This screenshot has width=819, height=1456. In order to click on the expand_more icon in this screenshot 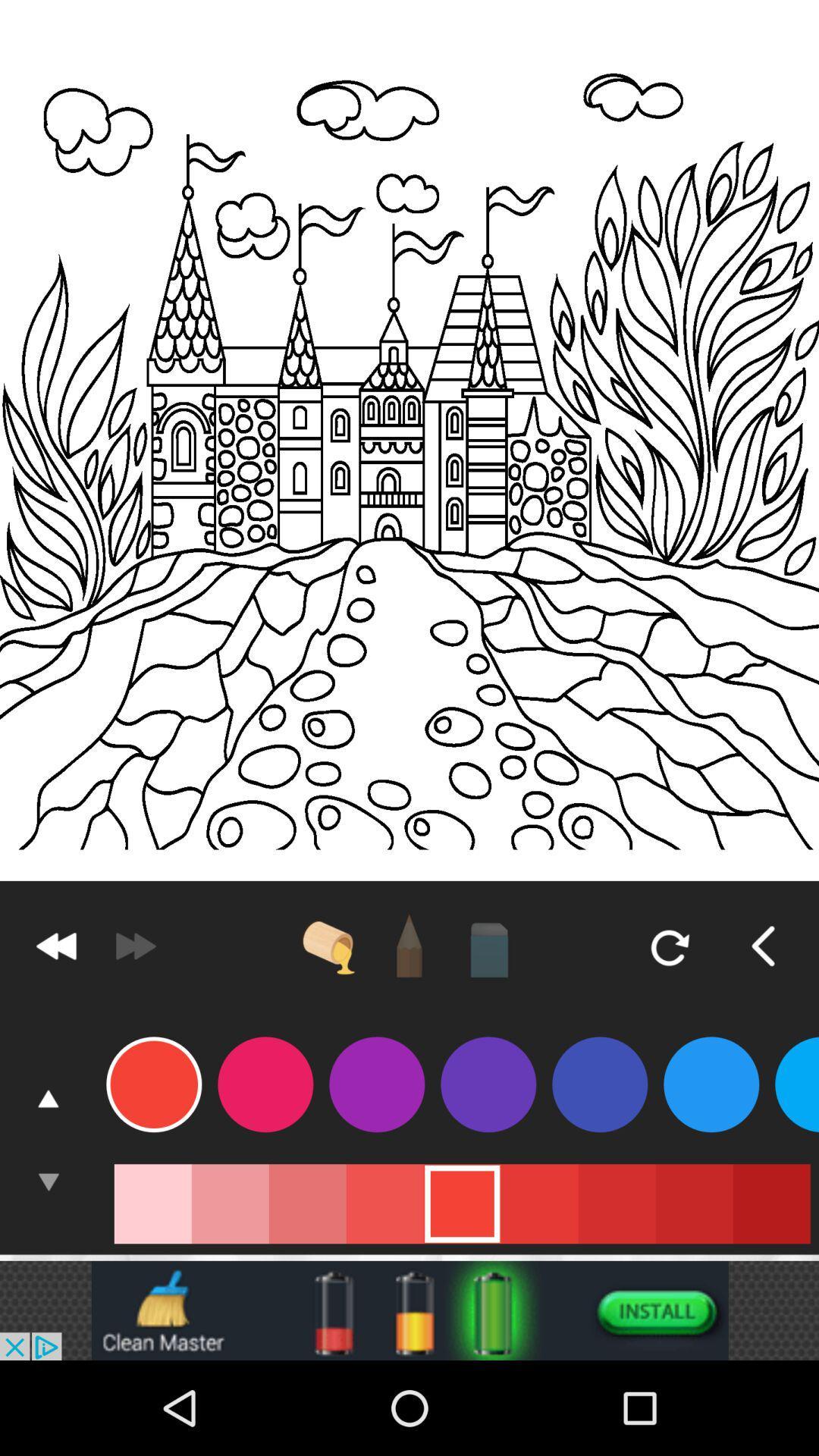, I will do `click(48, 1264)`.